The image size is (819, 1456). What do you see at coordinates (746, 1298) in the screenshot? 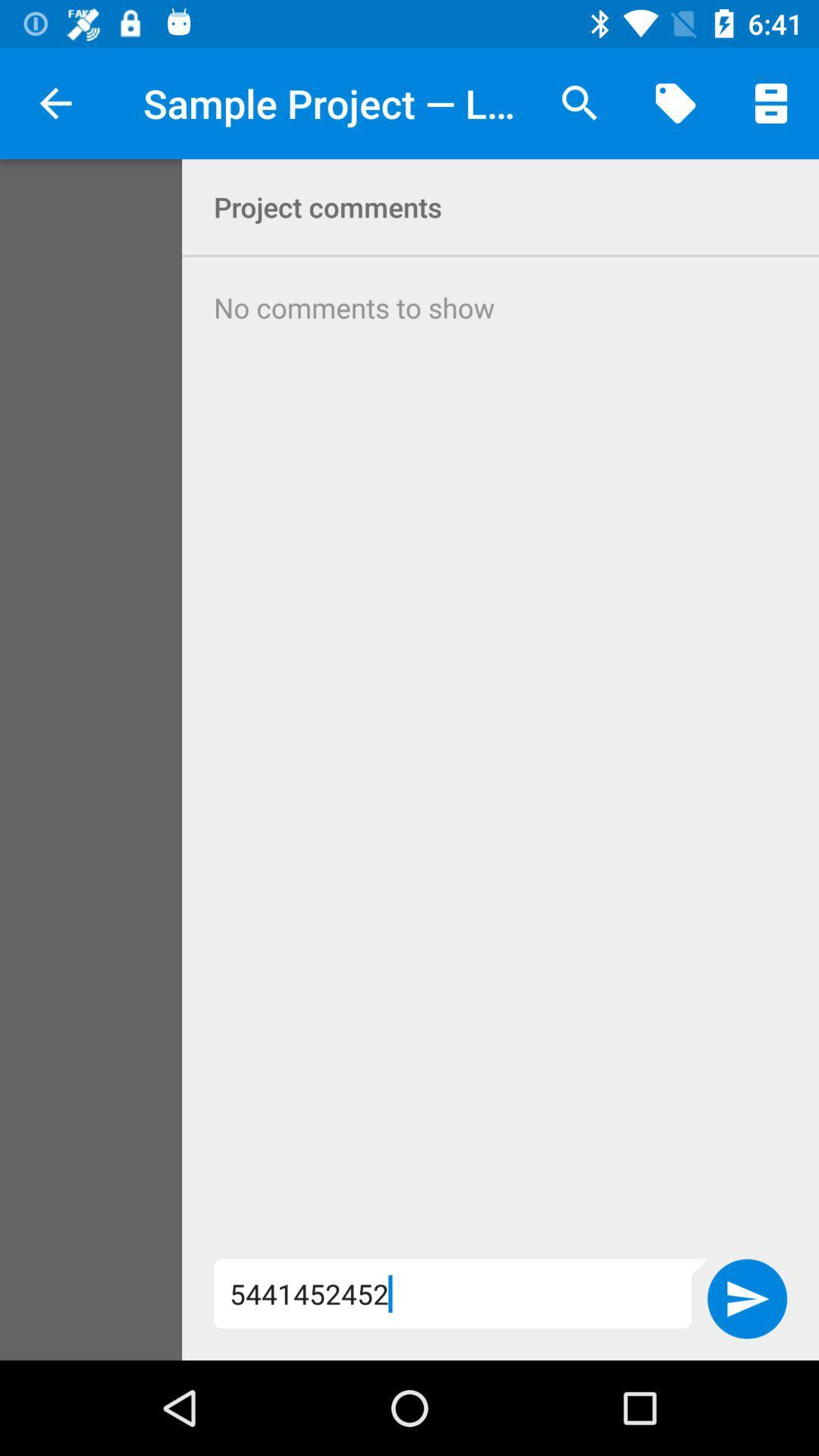
I see `the arrow which is next to the text field` at bounding box center [746, 1298].